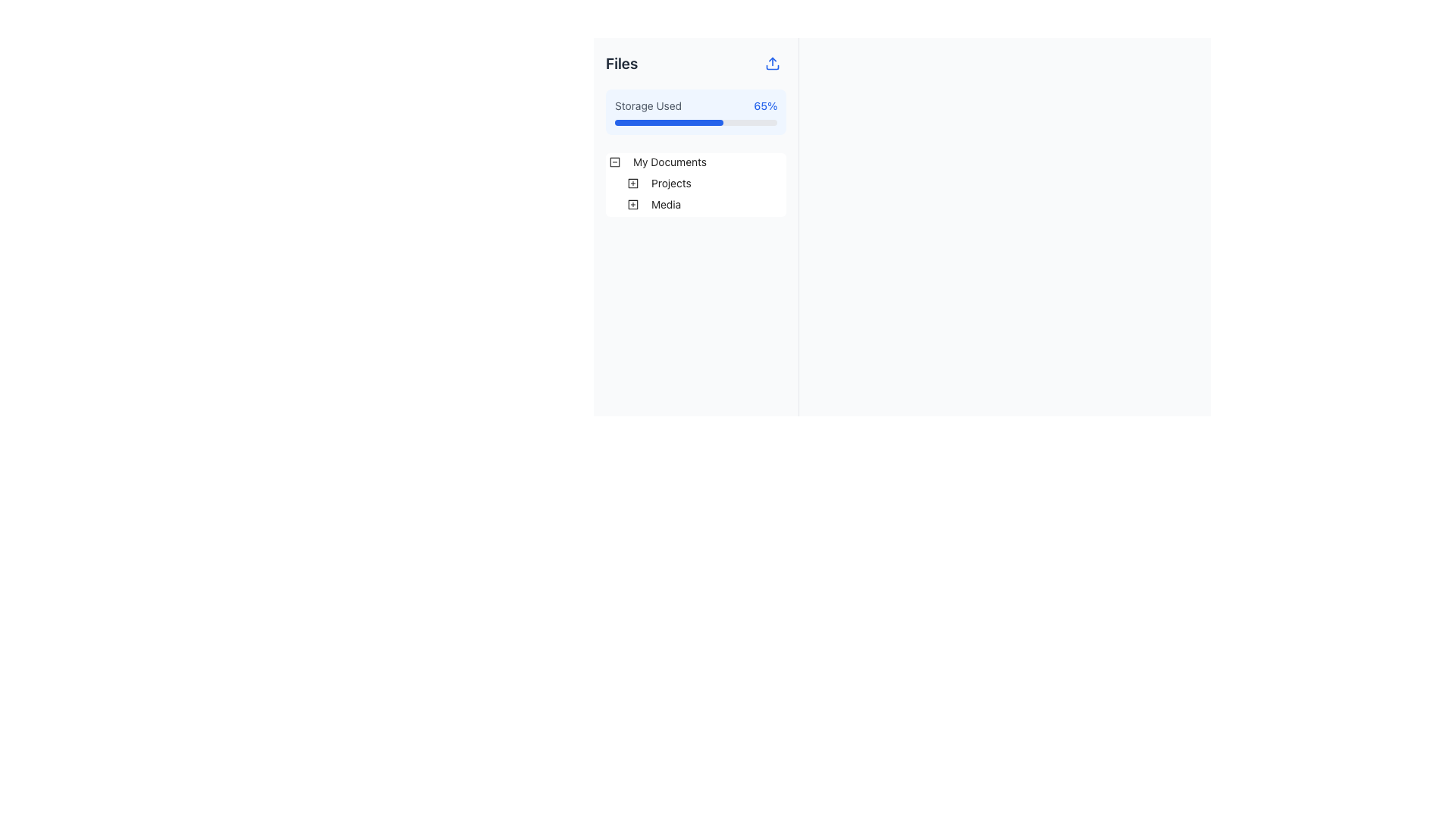  What do you see at coordinates (615, 162) in the screenshot?
I see `the square button that is an outline located to the left of the 'My Documents' label` at bounding box center [615, 162].